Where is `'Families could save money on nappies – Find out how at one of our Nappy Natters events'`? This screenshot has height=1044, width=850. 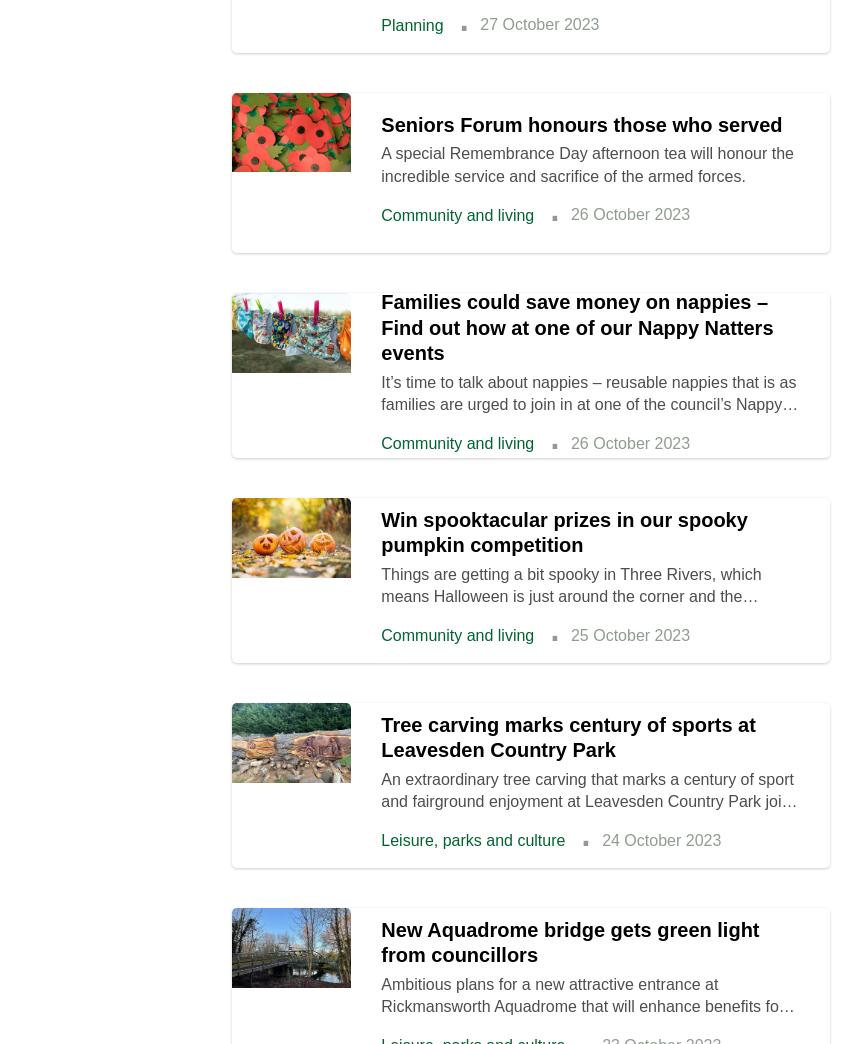 'Families could save money on nappies – Find out how at one of our Nappy Natters events' is located at coordinates (576, 325).